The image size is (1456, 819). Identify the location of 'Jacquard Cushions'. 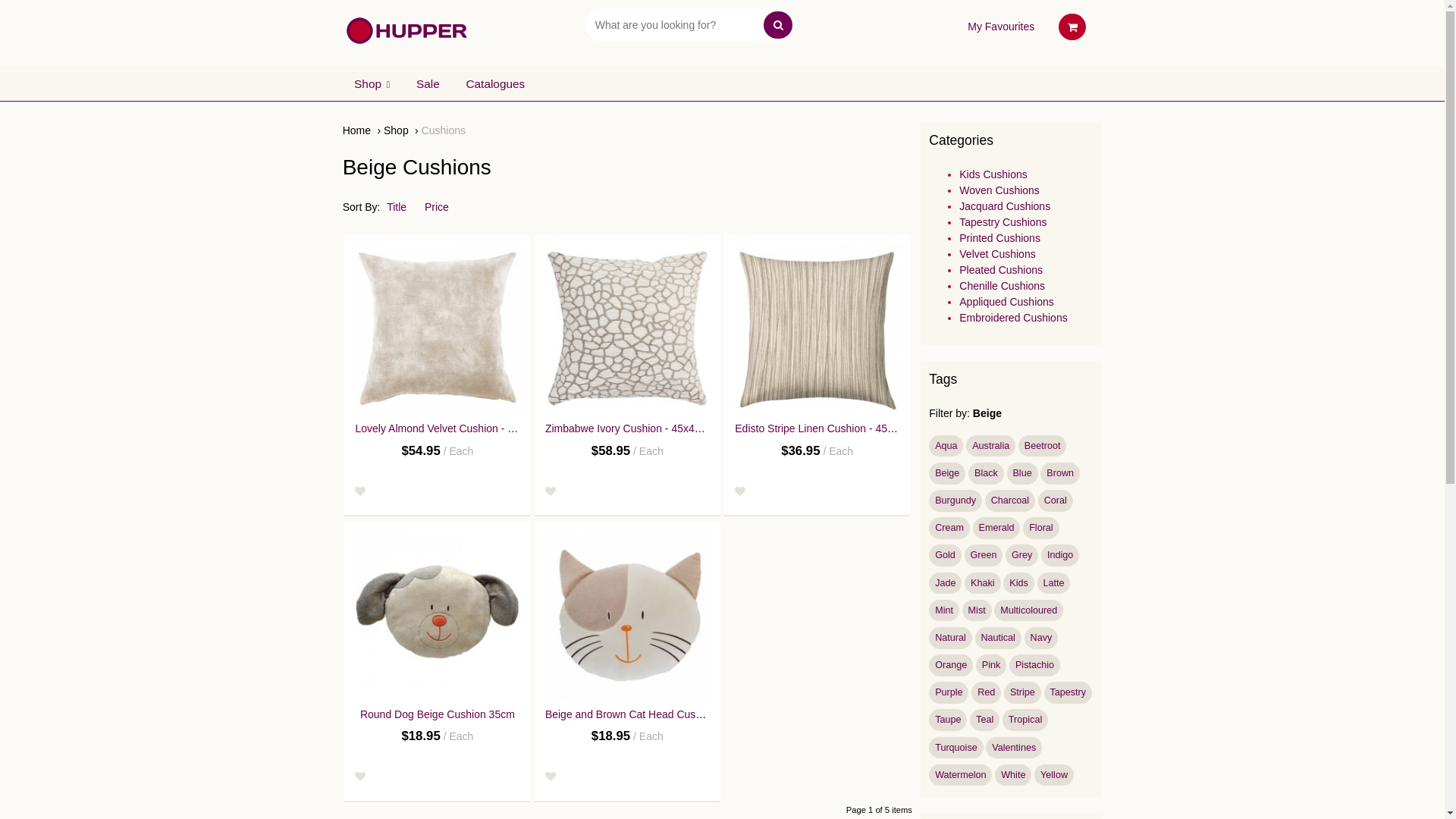
(1004, 206).